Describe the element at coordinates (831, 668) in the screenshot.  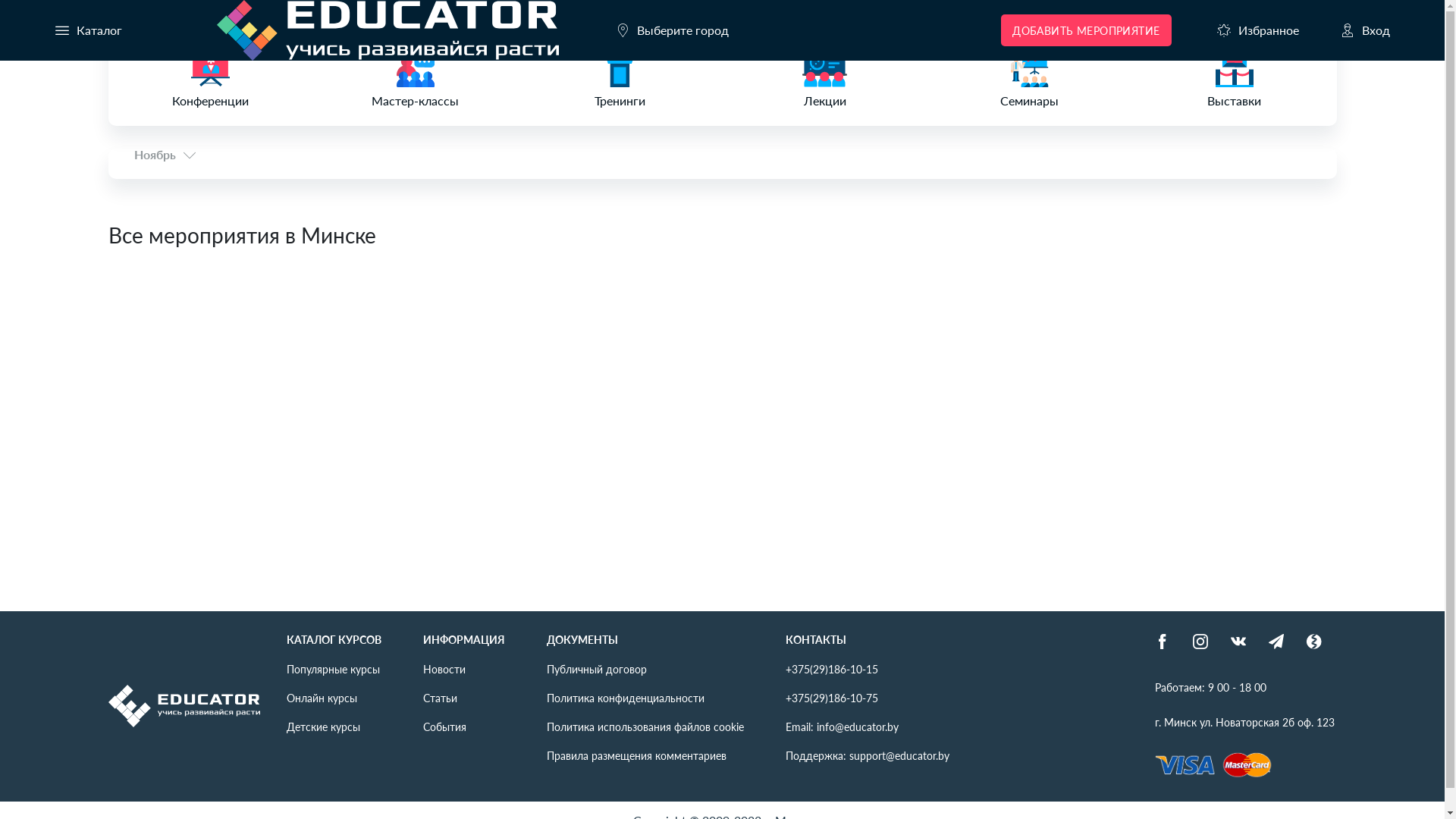
I see `'+375(29)186-10-15'` at that location.